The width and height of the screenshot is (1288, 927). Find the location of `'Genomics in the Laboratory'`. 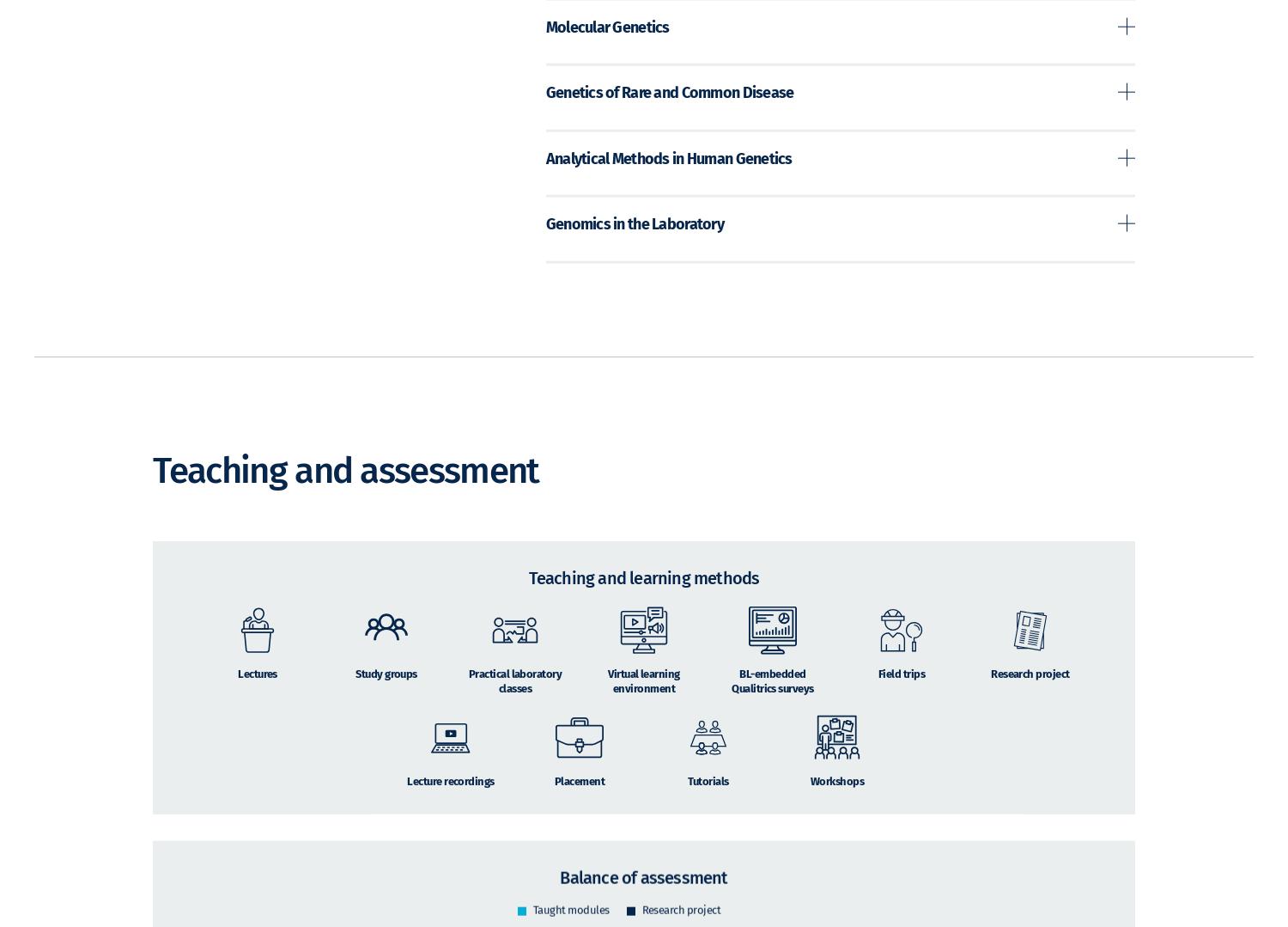

'Genomics in the Laboratory' is located at coordinates (544, 247).